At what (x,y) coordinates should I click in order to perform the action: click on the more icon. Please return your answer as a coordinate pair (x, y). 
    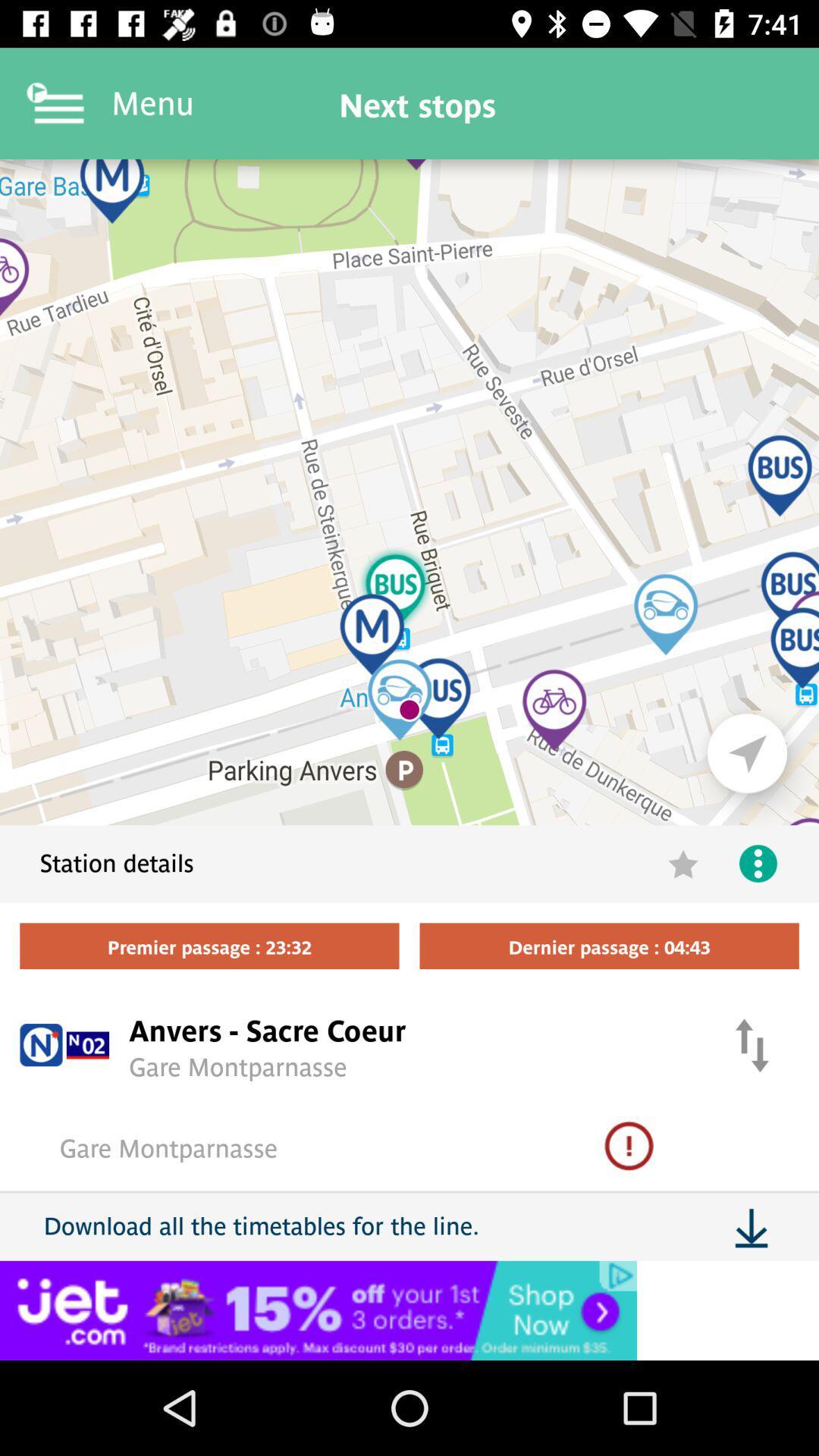
    Looking at the image, I should click on (758, 864).